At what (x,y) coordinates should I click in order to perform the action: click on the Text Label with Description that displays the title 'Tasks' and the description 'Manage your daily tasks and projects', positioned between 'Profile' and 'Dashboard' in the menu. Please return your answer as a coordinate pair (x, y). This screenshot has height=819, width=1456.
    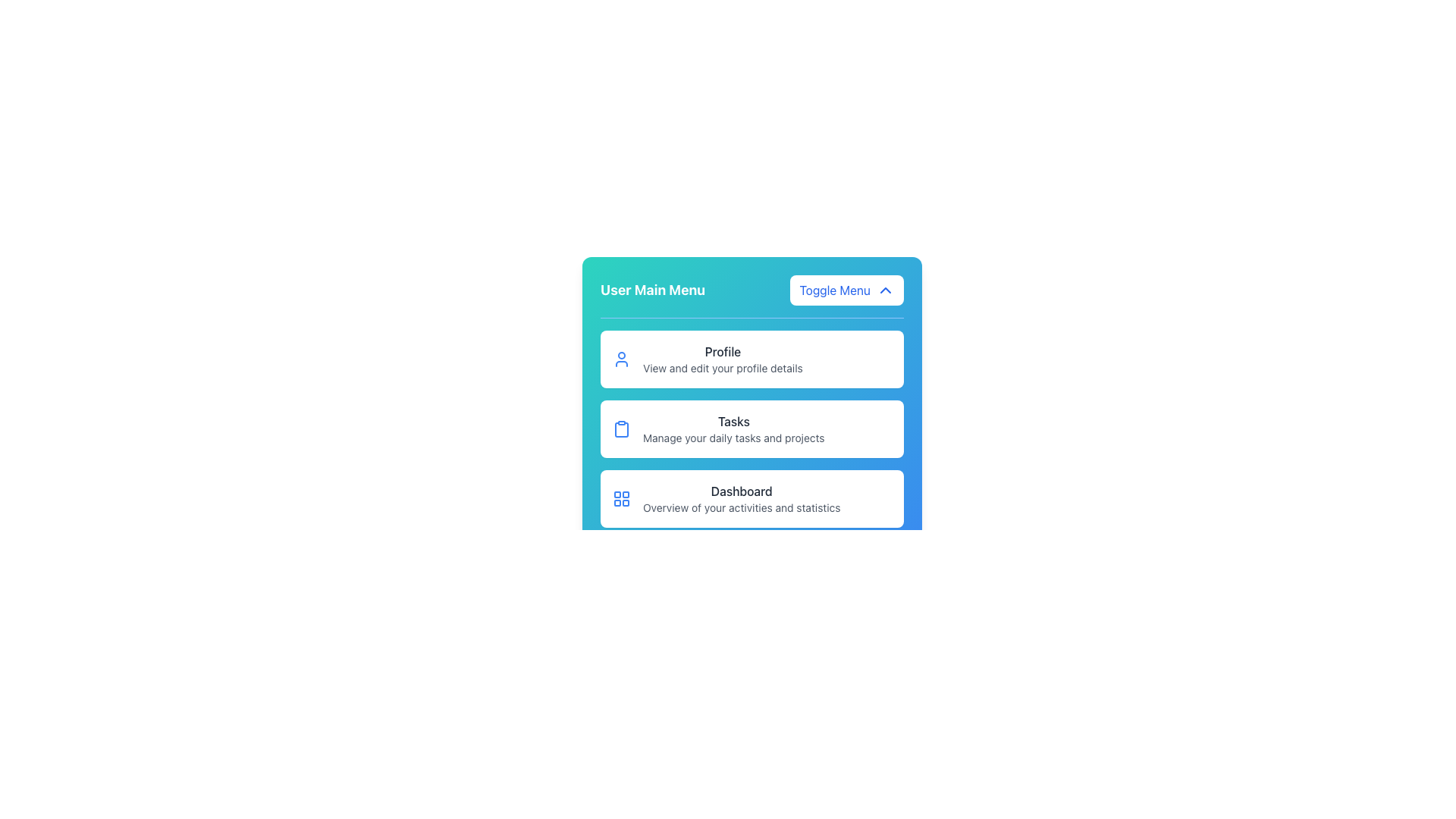
    Looking at the image, I should click on (733, 429).